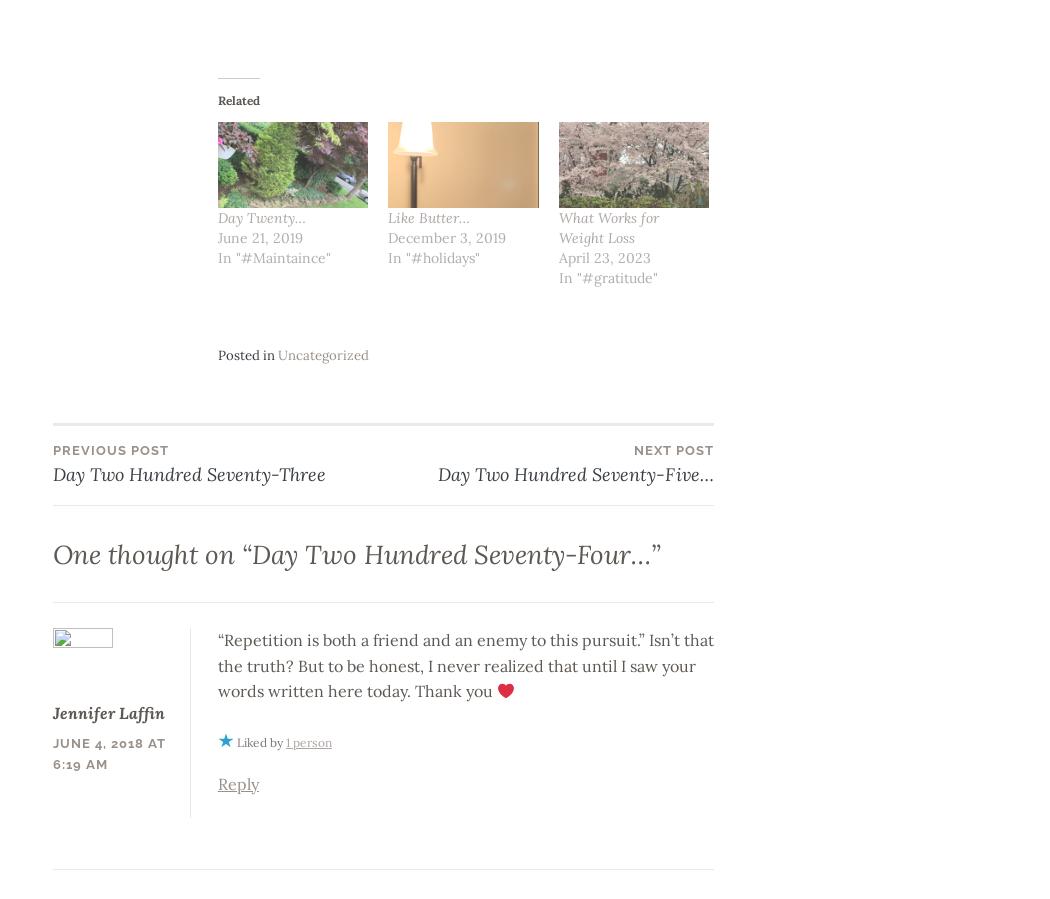 Image resolution: width=1050 pixels, height=899 pixels. What do you see at coordinates (50, 711) in the screenshot?
I see `'Jennifer Laffin'` at bounding box center [50, 711].